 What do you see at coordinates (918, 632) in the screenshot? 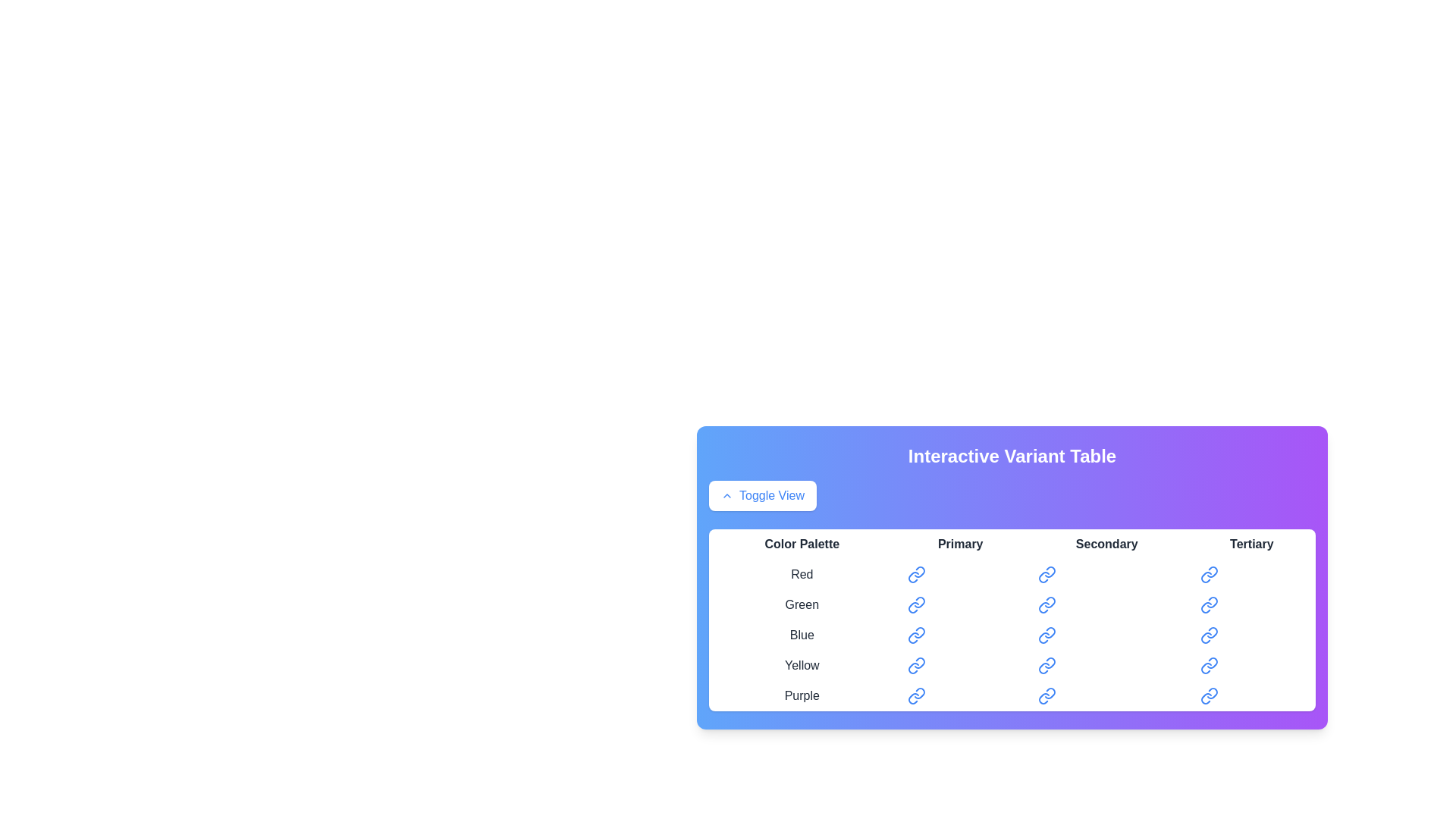
I see `the chain link icon with a blue stroke located in the 'Primary' column of the 'Blue' row in the 'Interactive Variant Table'` at bounding box center [918, 632].